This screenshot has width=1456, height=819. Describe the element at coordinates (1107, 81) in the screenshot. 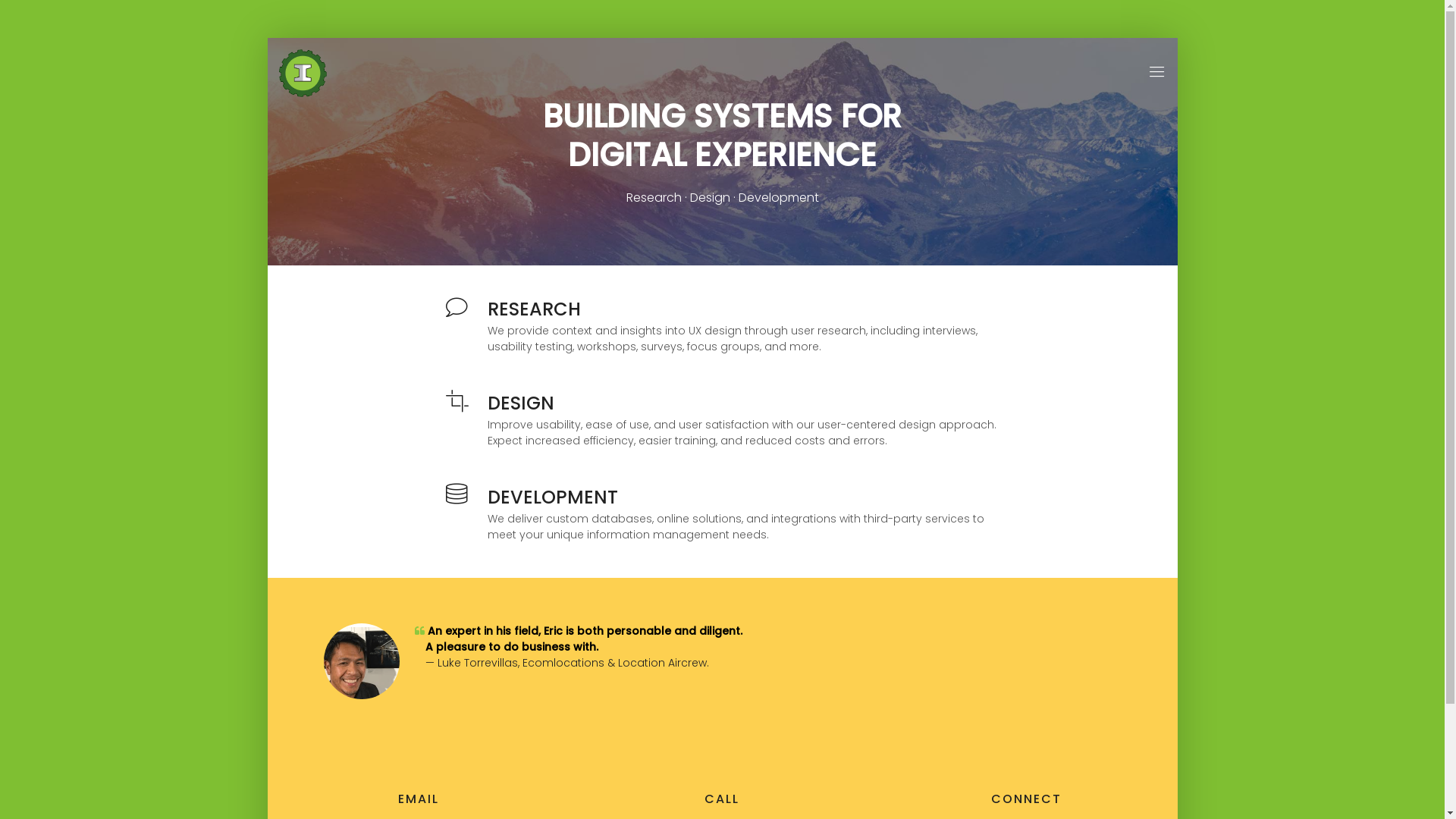

I see `'HOME'` at that location.